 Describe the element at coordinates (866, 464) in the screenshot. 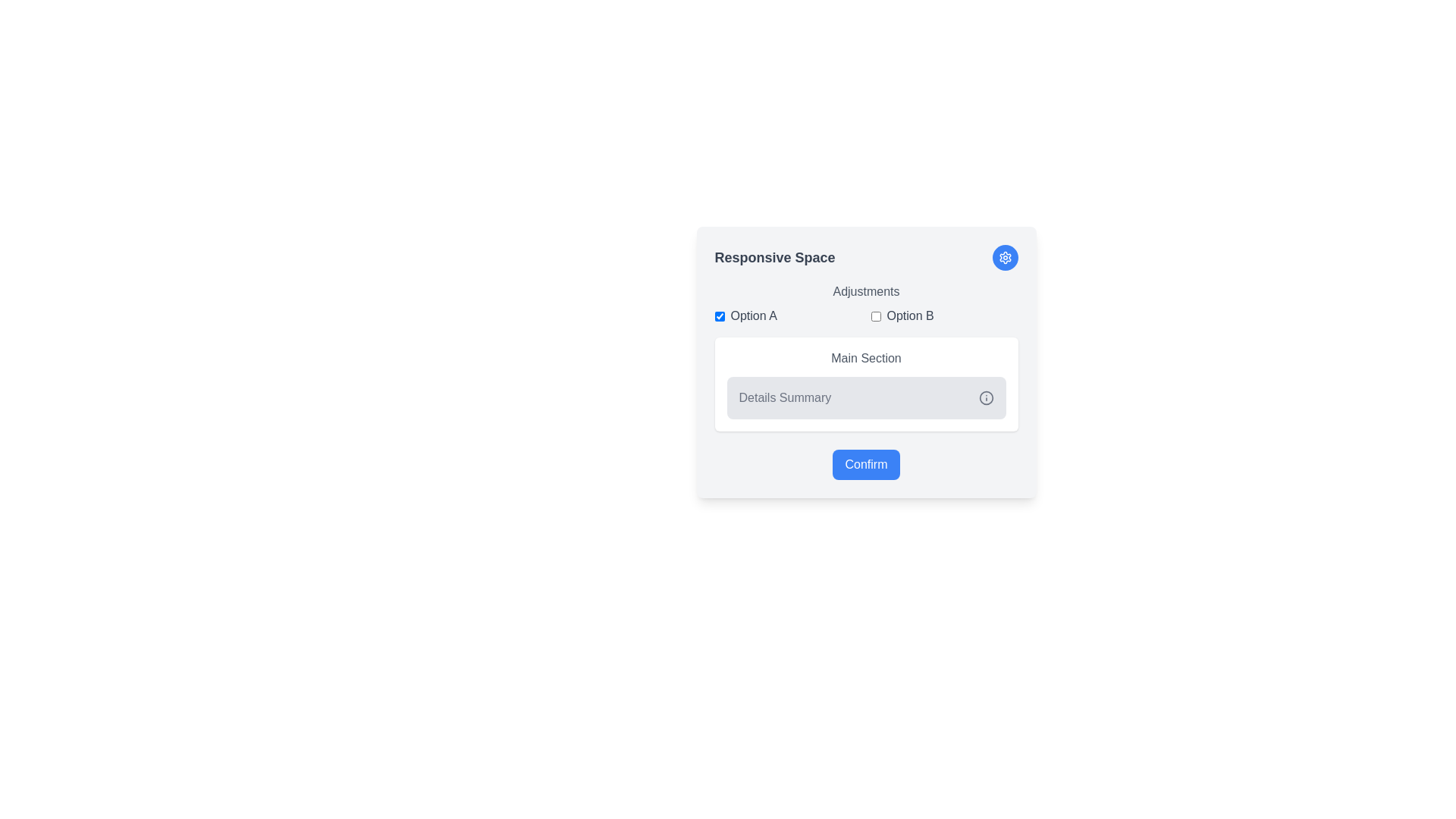

I see `the confirm button located at the bottom center of the modal to confirm the user's selections or actions` at that location.